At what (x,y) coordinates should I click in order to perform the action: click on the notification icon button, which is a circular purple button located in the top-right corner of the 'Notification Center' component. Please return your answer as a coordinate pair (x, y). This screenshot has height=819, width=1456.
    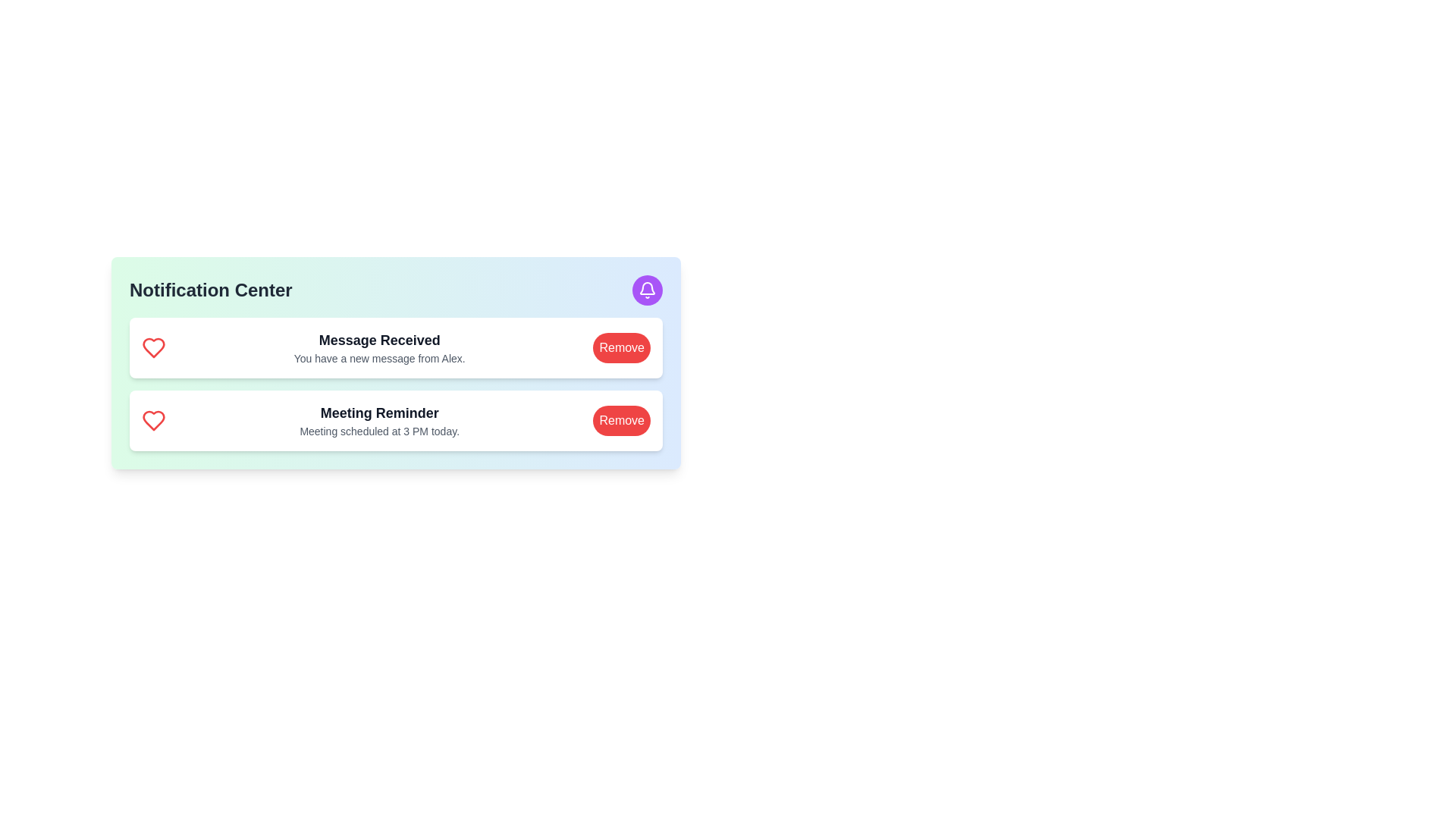
    Looking at the image, I should click on (648, 290).